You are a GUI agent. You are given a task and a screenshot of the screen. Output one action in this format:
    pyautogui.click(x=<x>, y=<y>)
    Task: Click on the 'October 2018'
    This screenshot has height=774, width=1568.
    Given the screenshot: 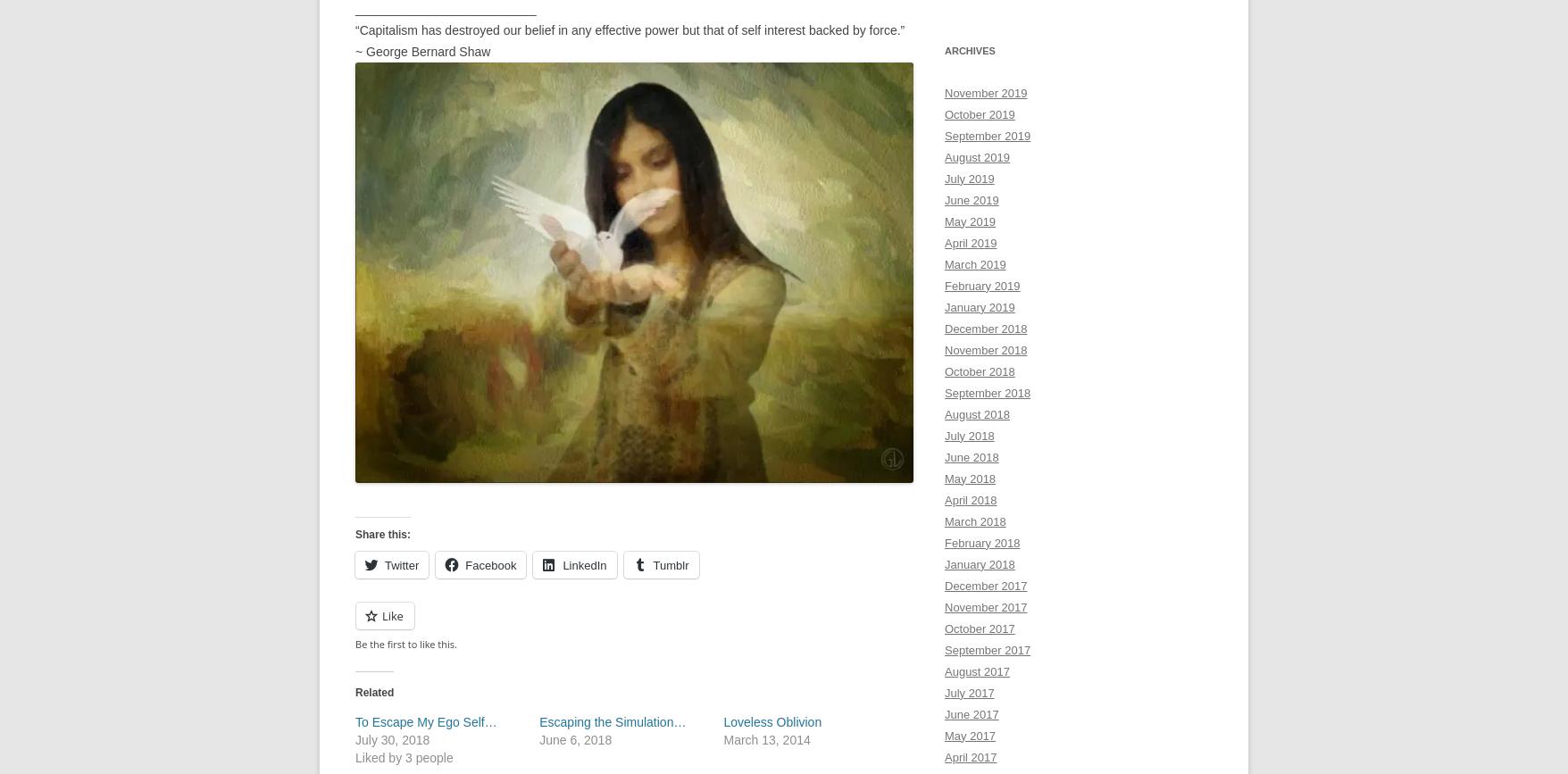 What is the action you would take?
    pyautogui.click(x=978, y=370)
    